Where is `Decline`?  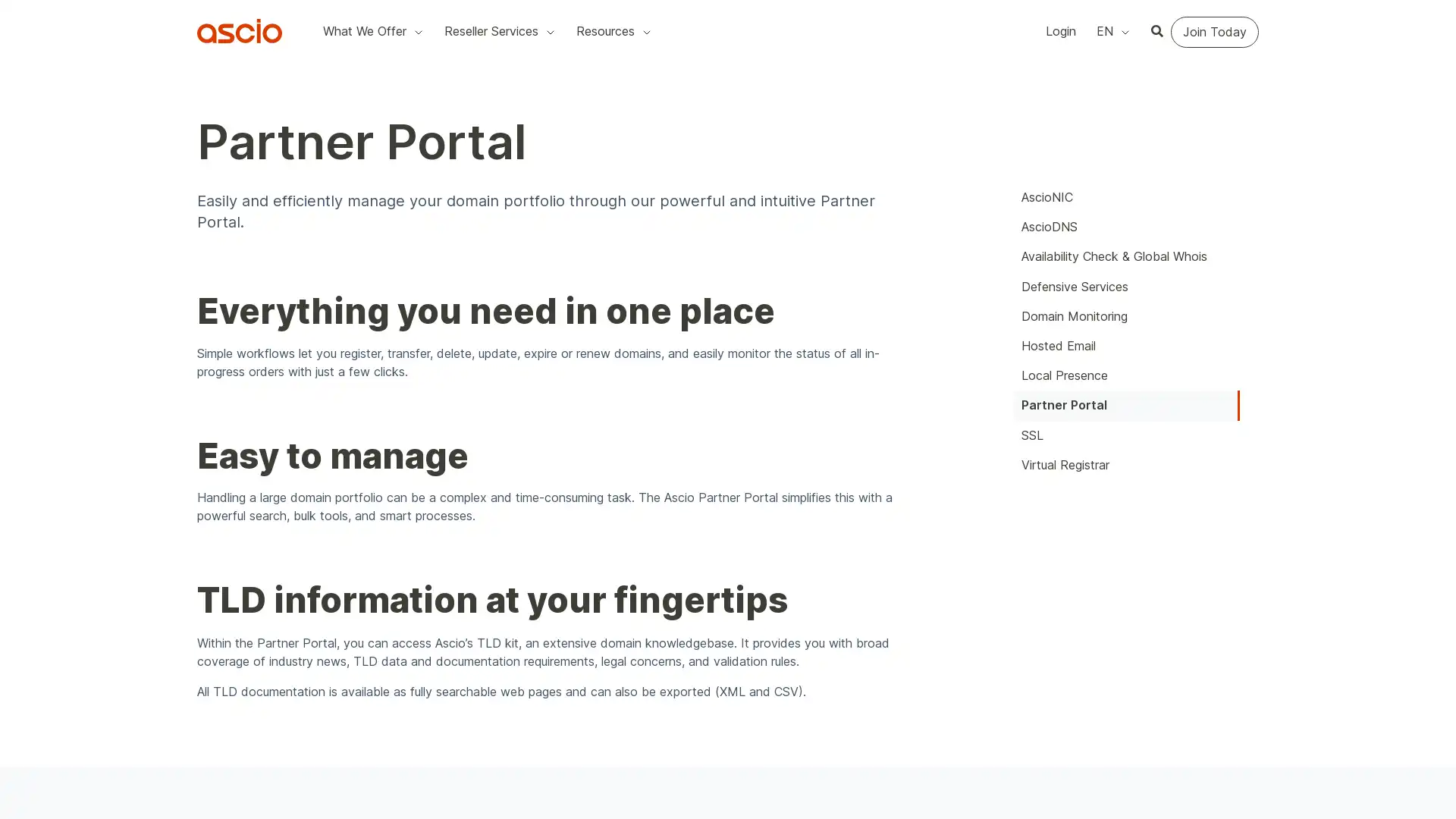
Decline is located at coordinates (1003, 121).